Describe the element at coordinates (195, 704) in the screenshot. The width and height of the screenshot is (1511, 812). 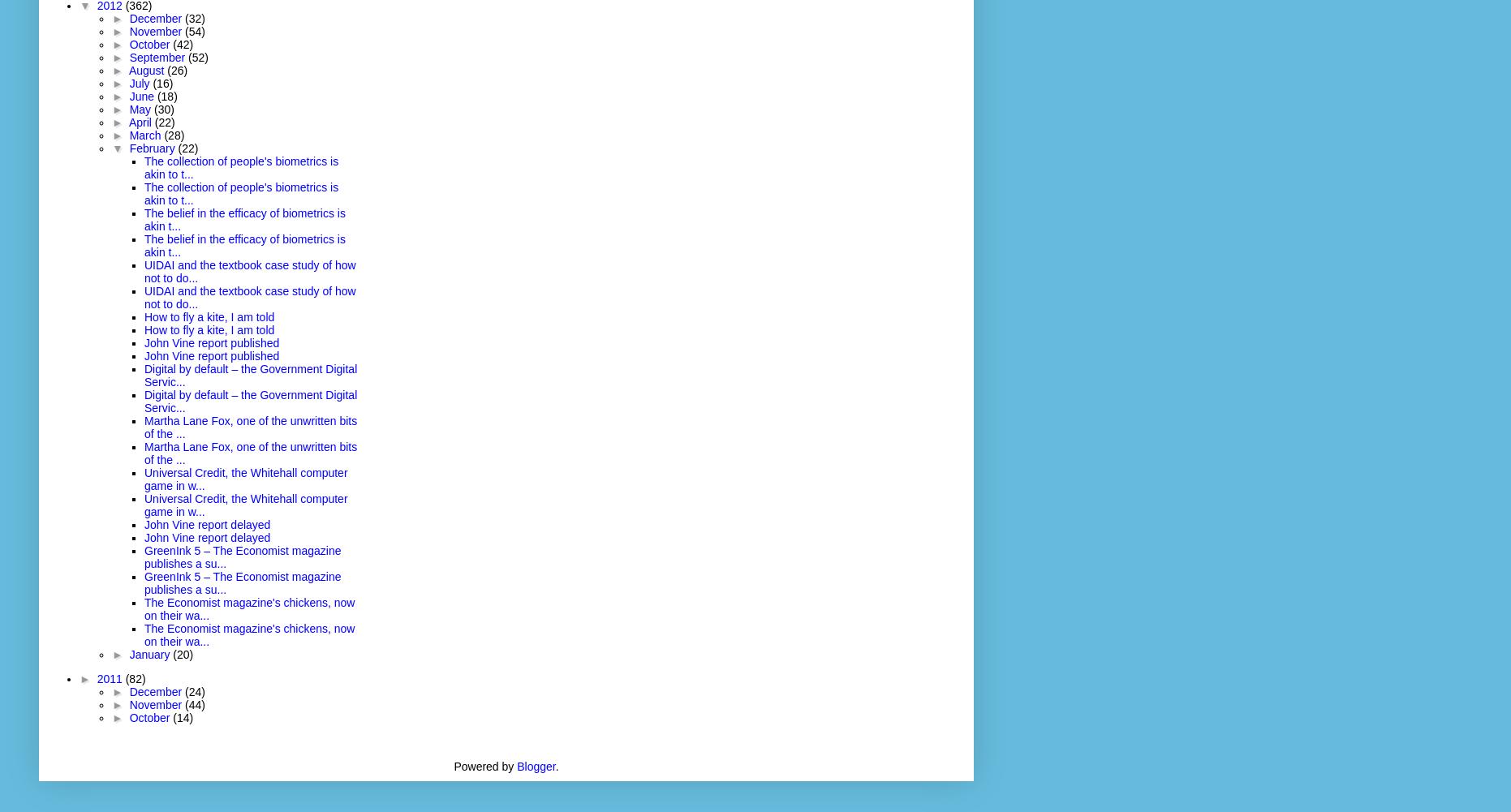
I see `'(44)'` at that location.